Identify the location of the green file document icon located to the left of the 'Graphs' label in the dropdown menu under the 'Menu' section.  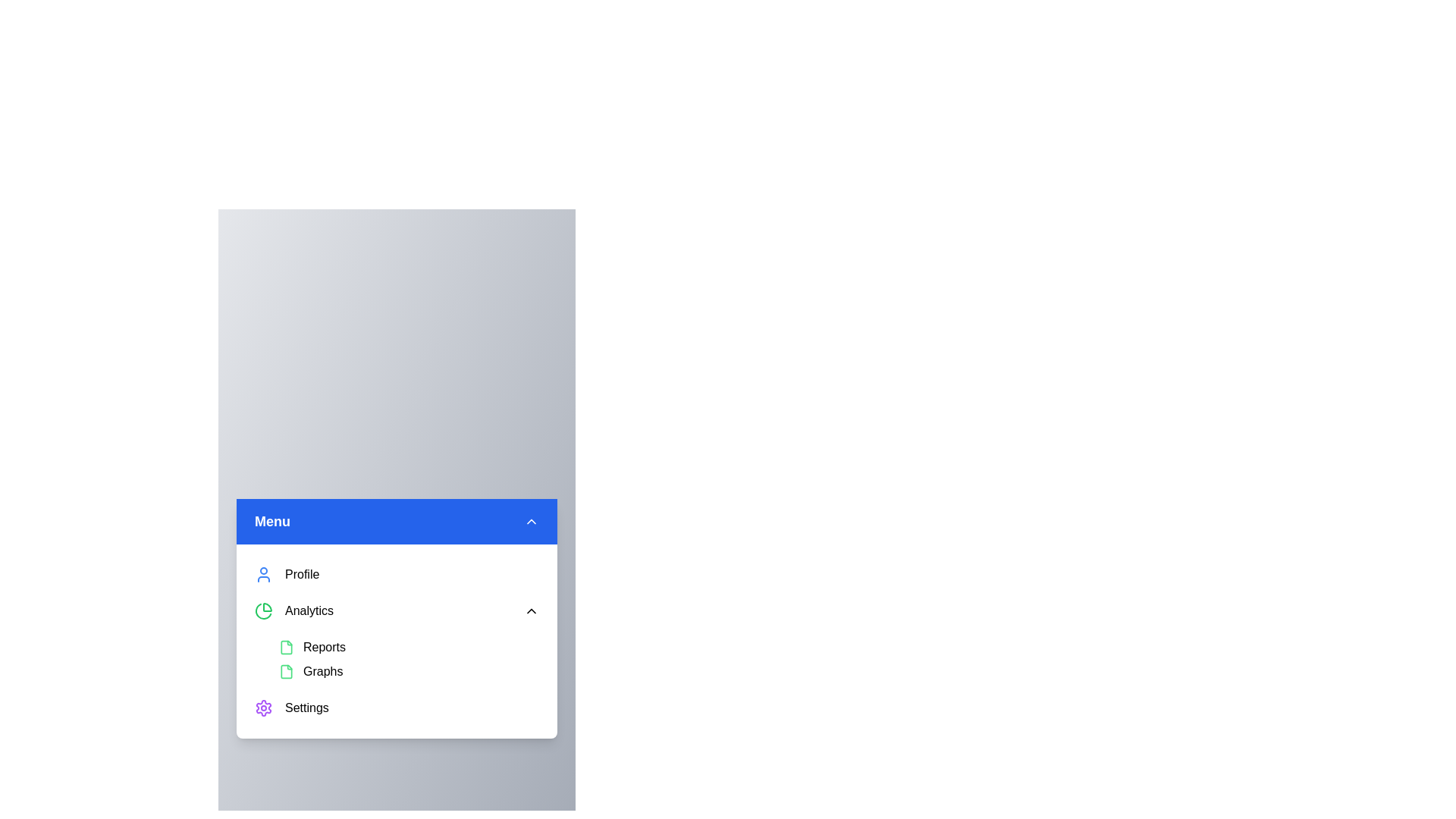
(287, 671).